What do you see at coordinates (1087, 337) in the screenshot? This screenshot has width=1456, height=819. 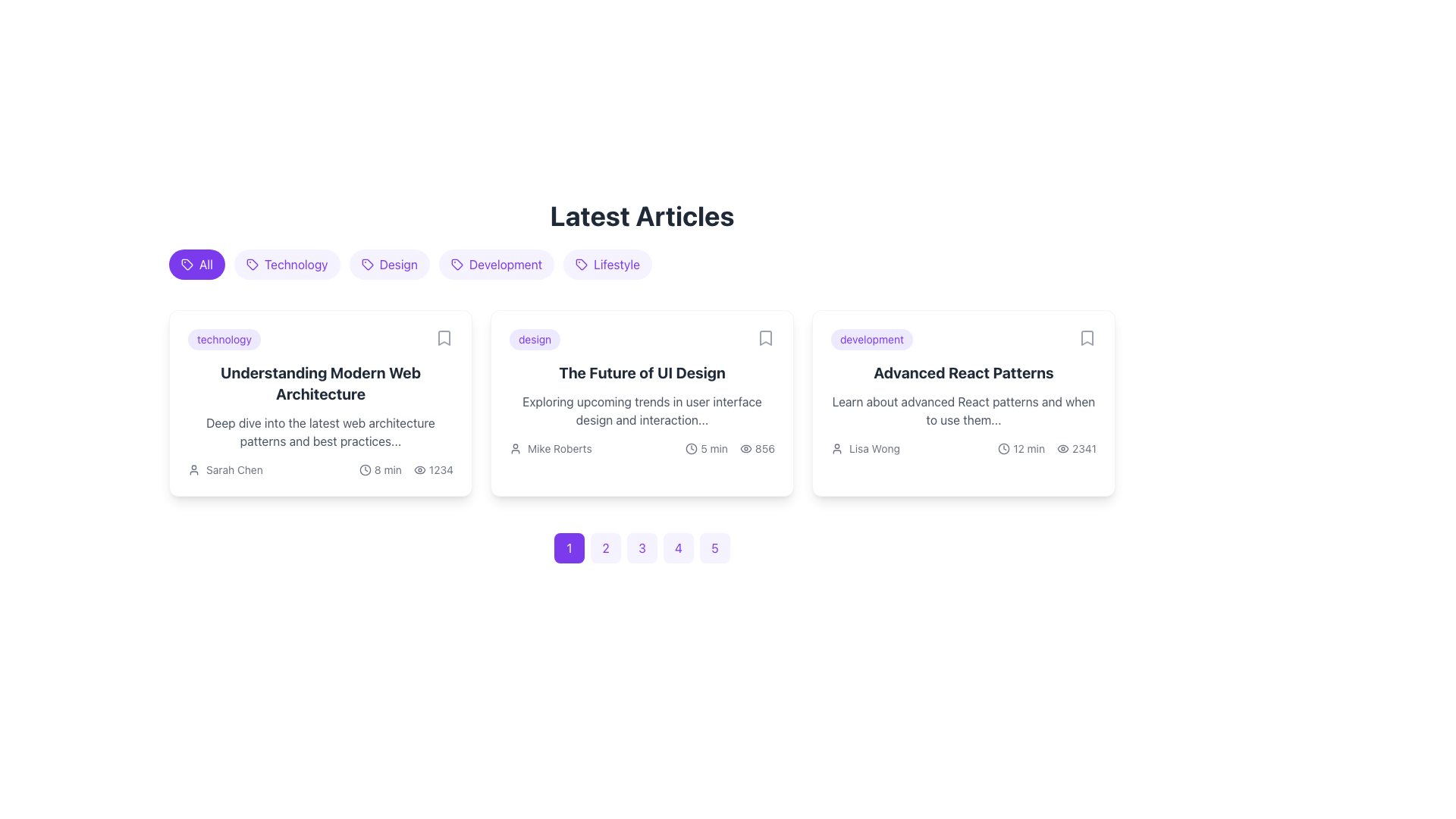 I see `the bookmark icon button located at the top-right corner of the 'Advanced React Patterns' article card to change its color from gray to violet` at bounding box center [1087, 337].